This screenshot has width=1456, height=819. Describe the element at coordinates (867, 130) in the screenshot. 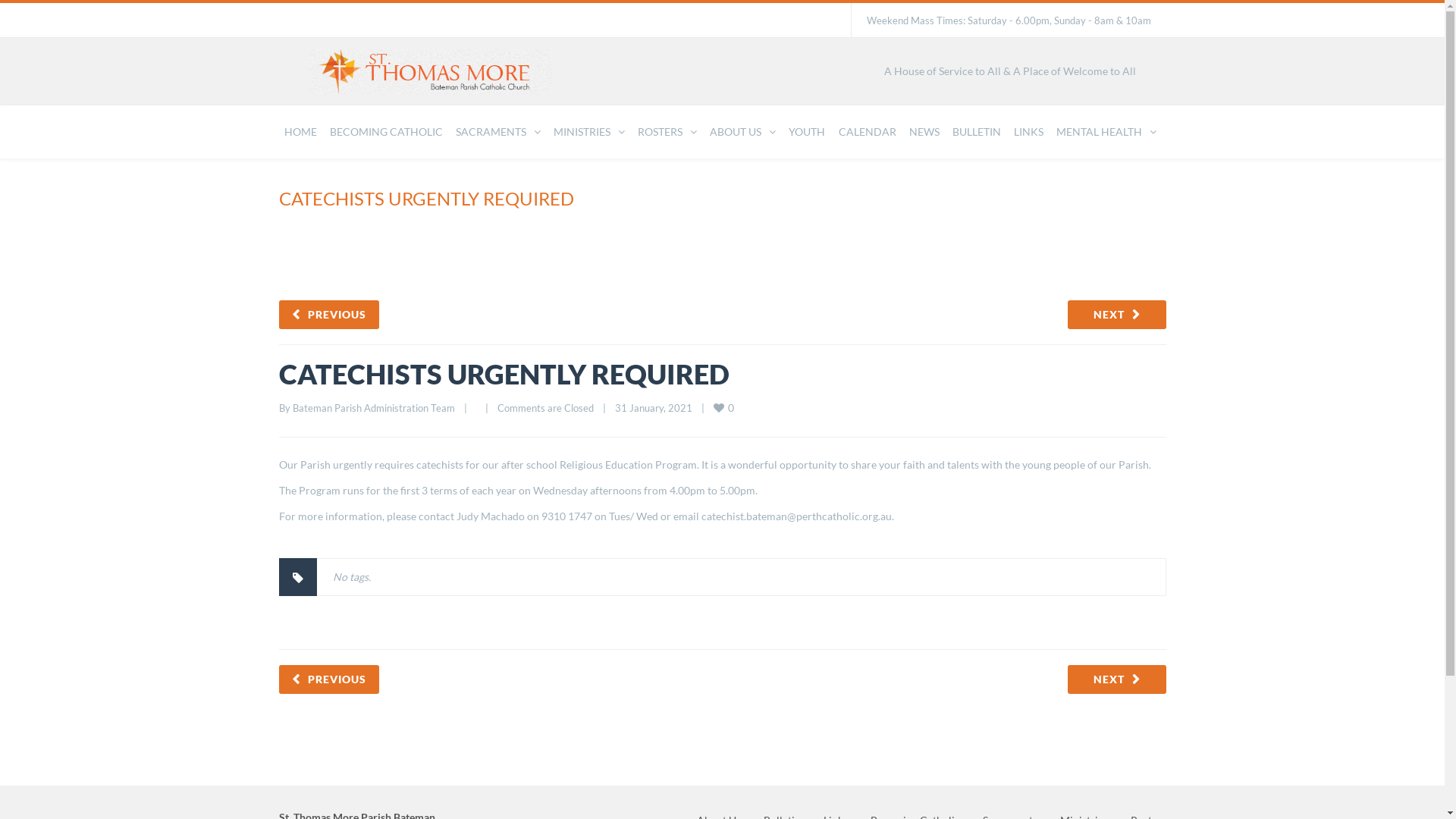

I see `'CALENDAR'` at that location.